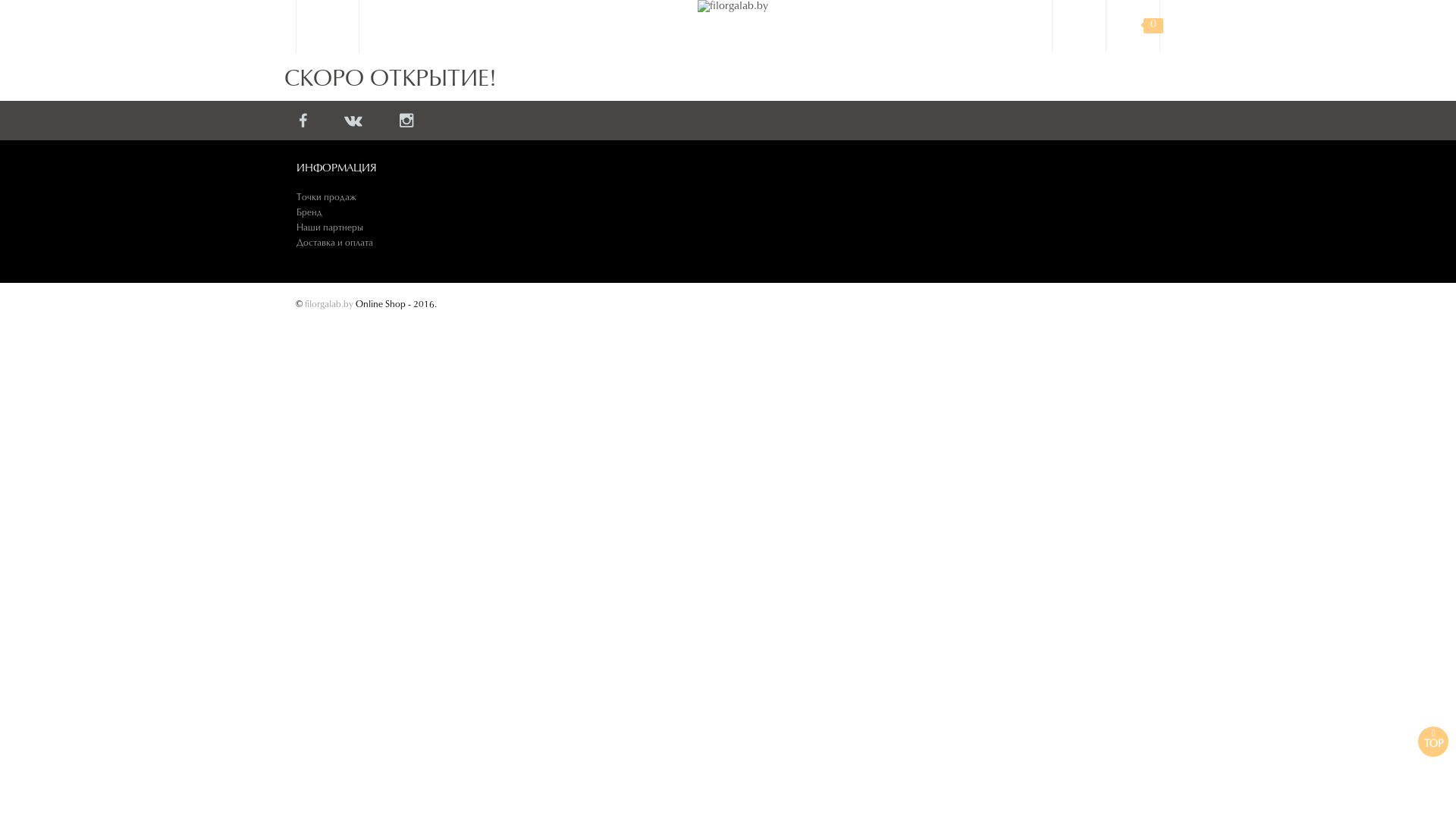 The width and height of the screenshot is (1456, 819). Describe the element at coordinates (733, 8) in the screenshot. I see `'filorgalab.by'` at that location.